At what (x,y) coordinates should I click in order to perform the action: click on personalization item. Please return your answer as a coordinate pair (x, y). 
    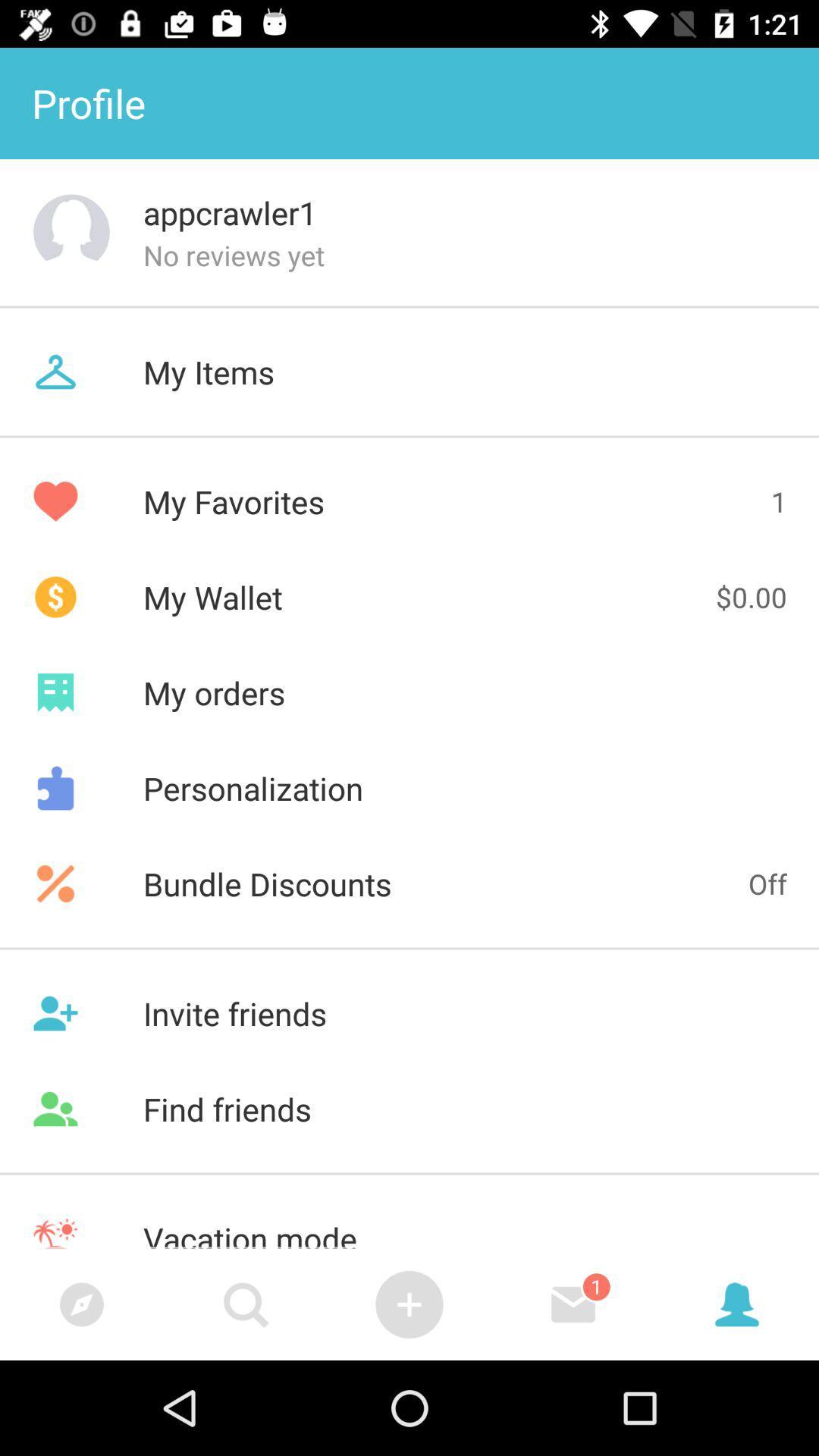
    Looking at the image, I should click on (409, 788).